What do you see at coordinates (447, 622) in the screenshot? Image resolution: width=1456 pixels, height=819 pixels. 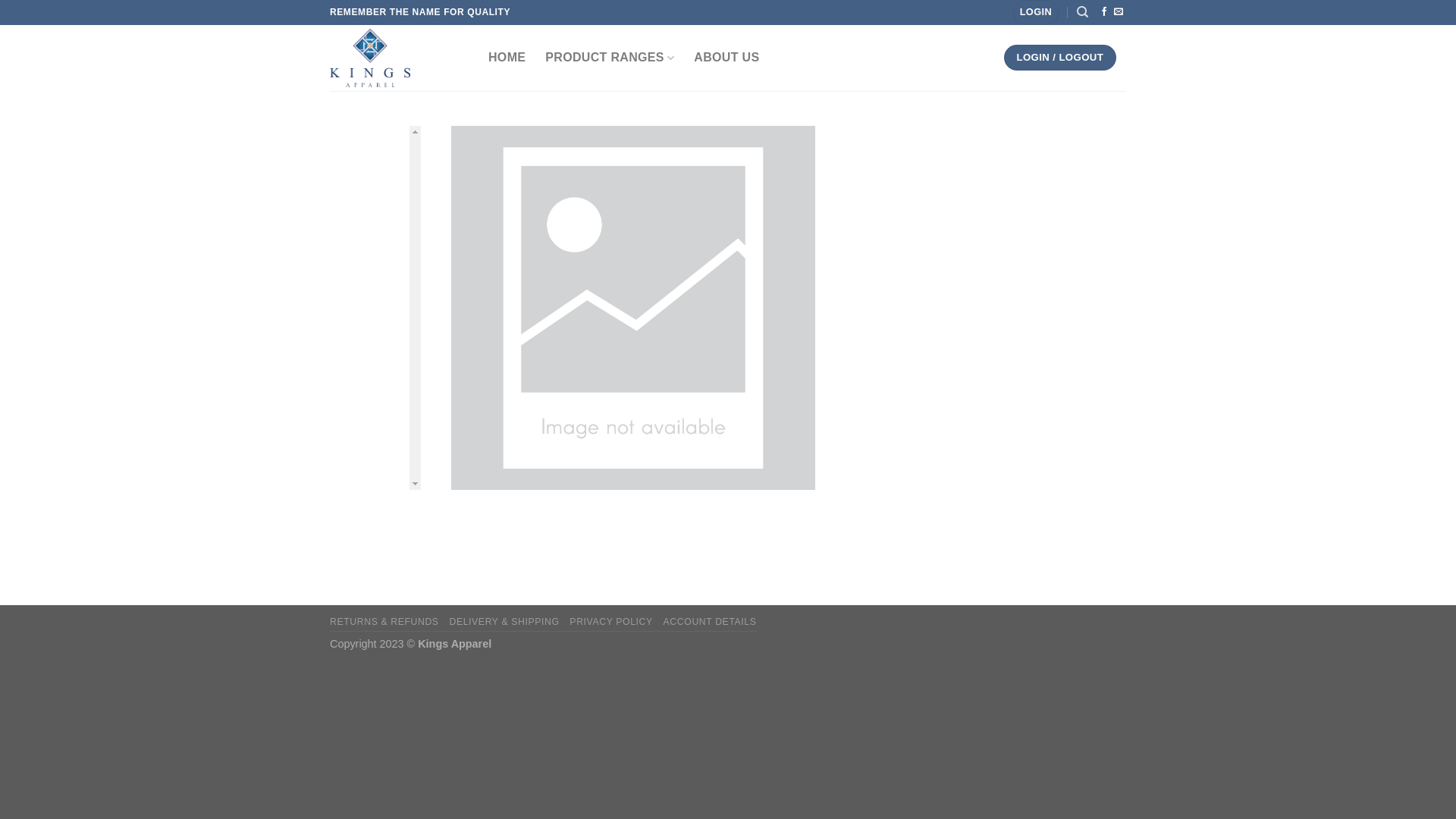 I see `'DELIVERY & SHIPPING'` at bounding box center [447, 622].